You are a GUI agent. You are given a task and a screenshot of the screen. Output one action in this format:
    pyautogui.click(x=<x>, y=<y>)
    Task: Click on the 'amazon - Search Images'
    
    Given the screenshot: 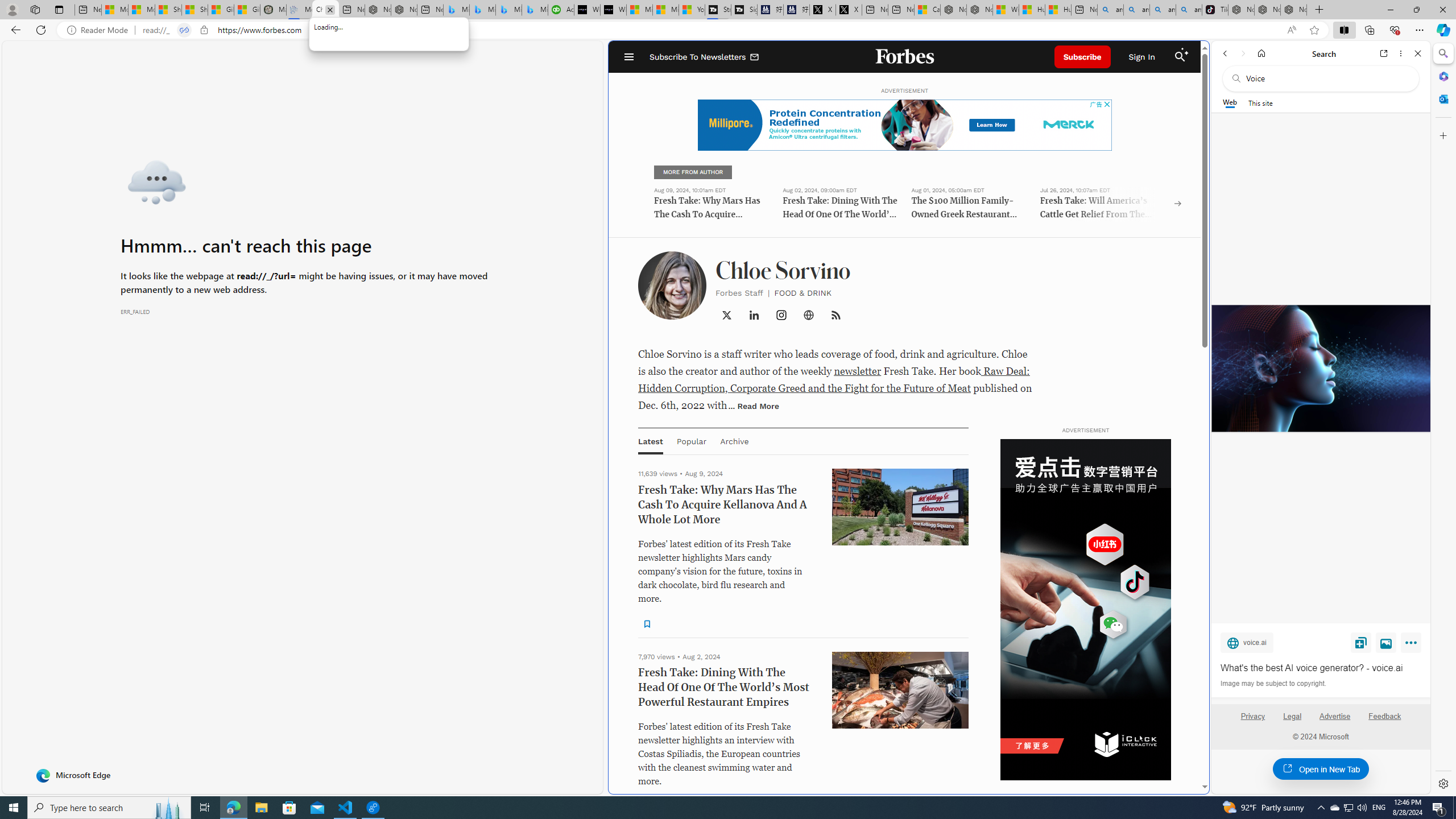 What is the action you would take?
    pyautogui.click(x=1189, y=9)
    